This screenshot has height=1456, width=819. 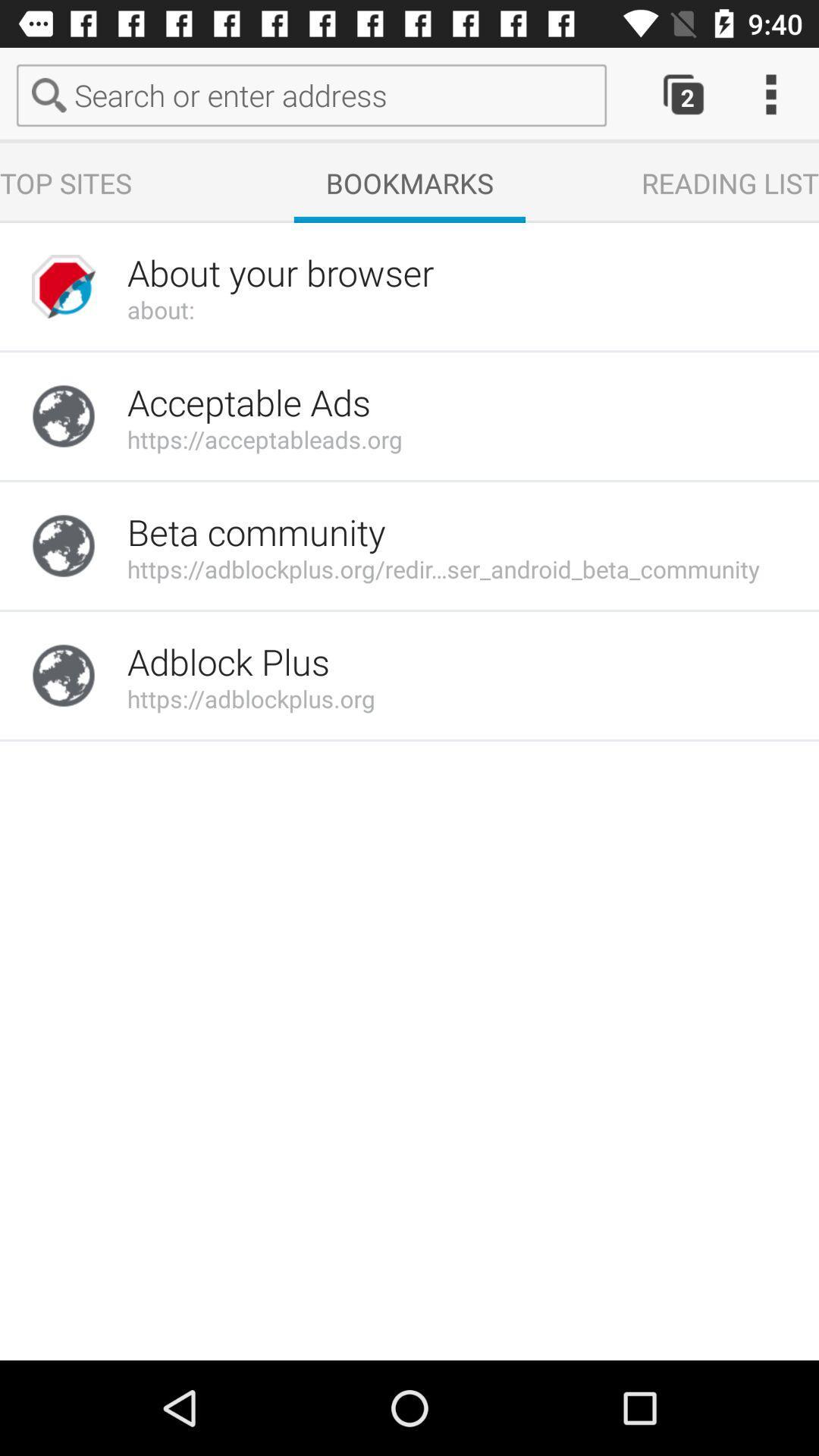 What do you see at coordinates (659, 94) in the screenshot?
I see `the icon which is to the immediate left of more options button` at bounding box center [659, 94].